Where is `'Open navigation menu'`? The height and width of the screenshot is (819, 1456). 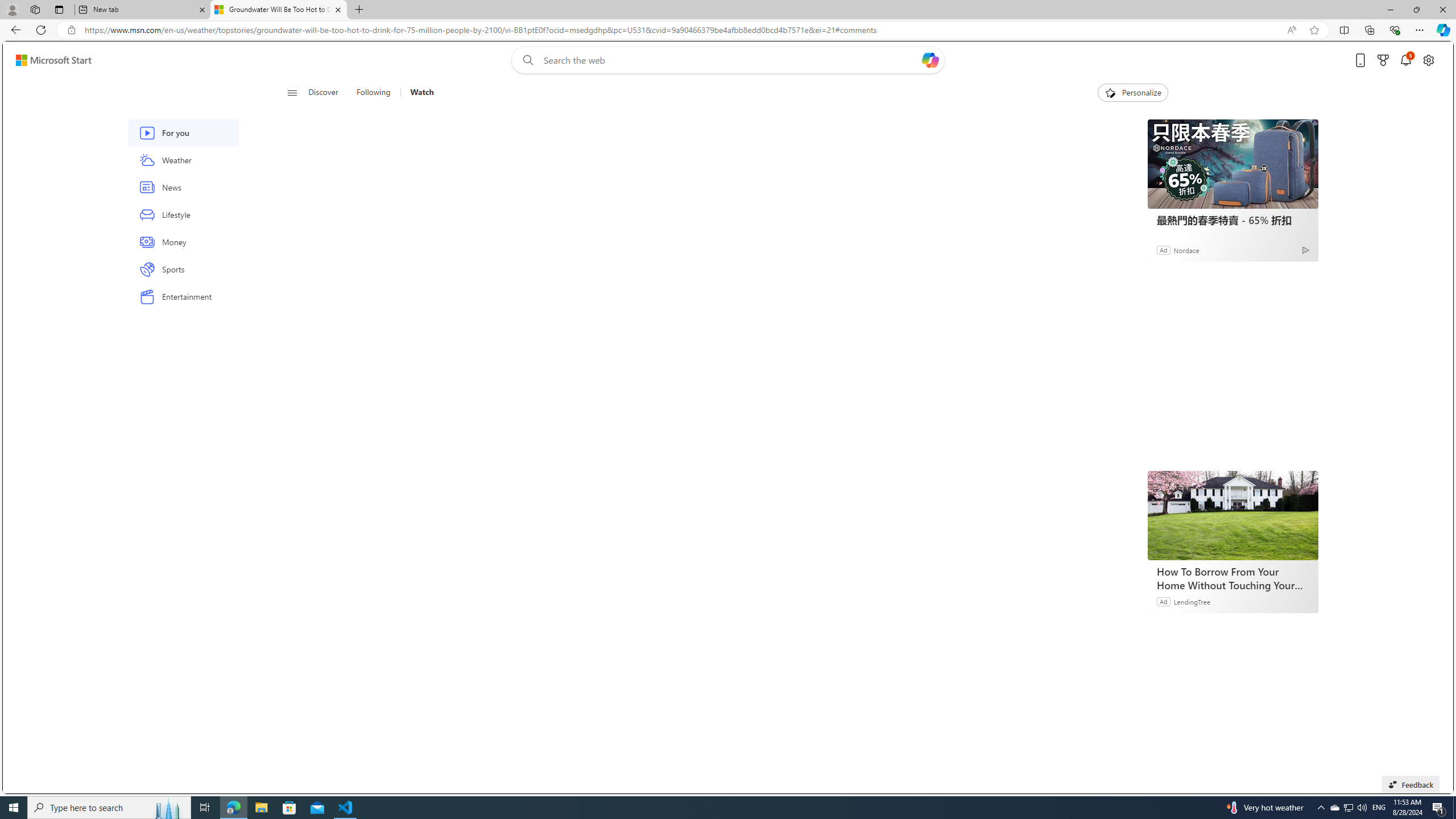 'Open navigation menu' is located at coordinates (292, 92).